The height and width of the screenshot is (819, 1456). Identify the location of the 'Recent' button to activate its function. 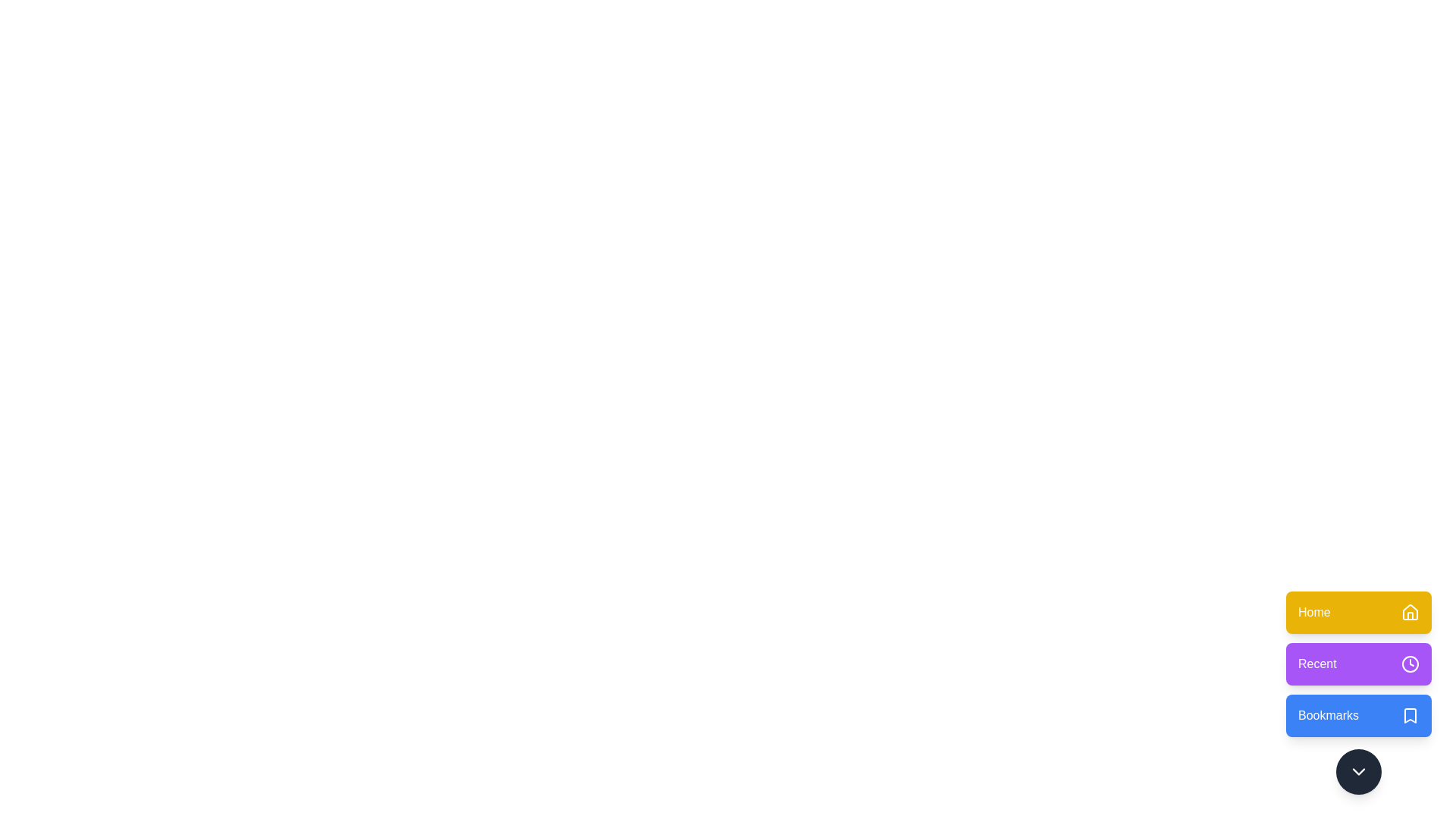
(1358, 663).